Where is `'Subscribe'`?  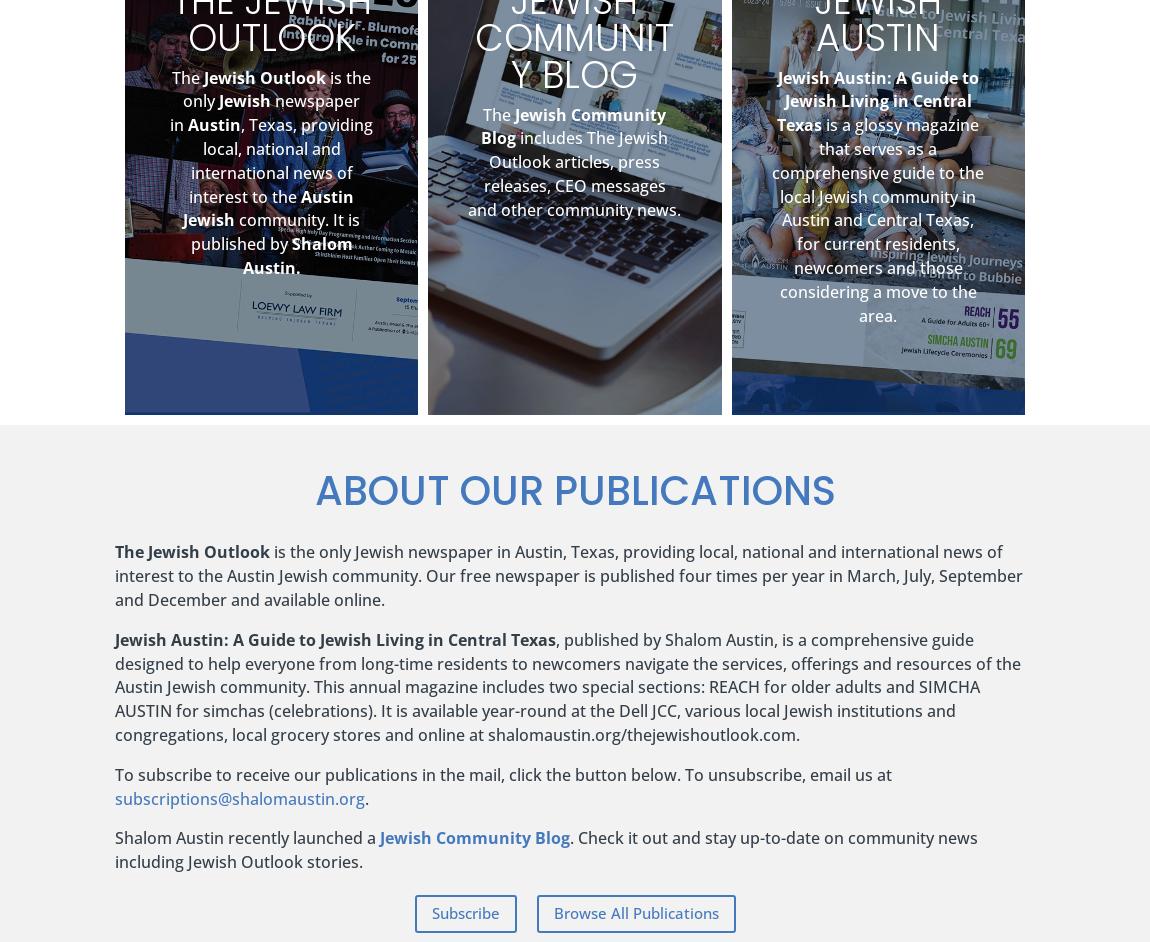 'Subscribe' is located at coordinates (464, 911).